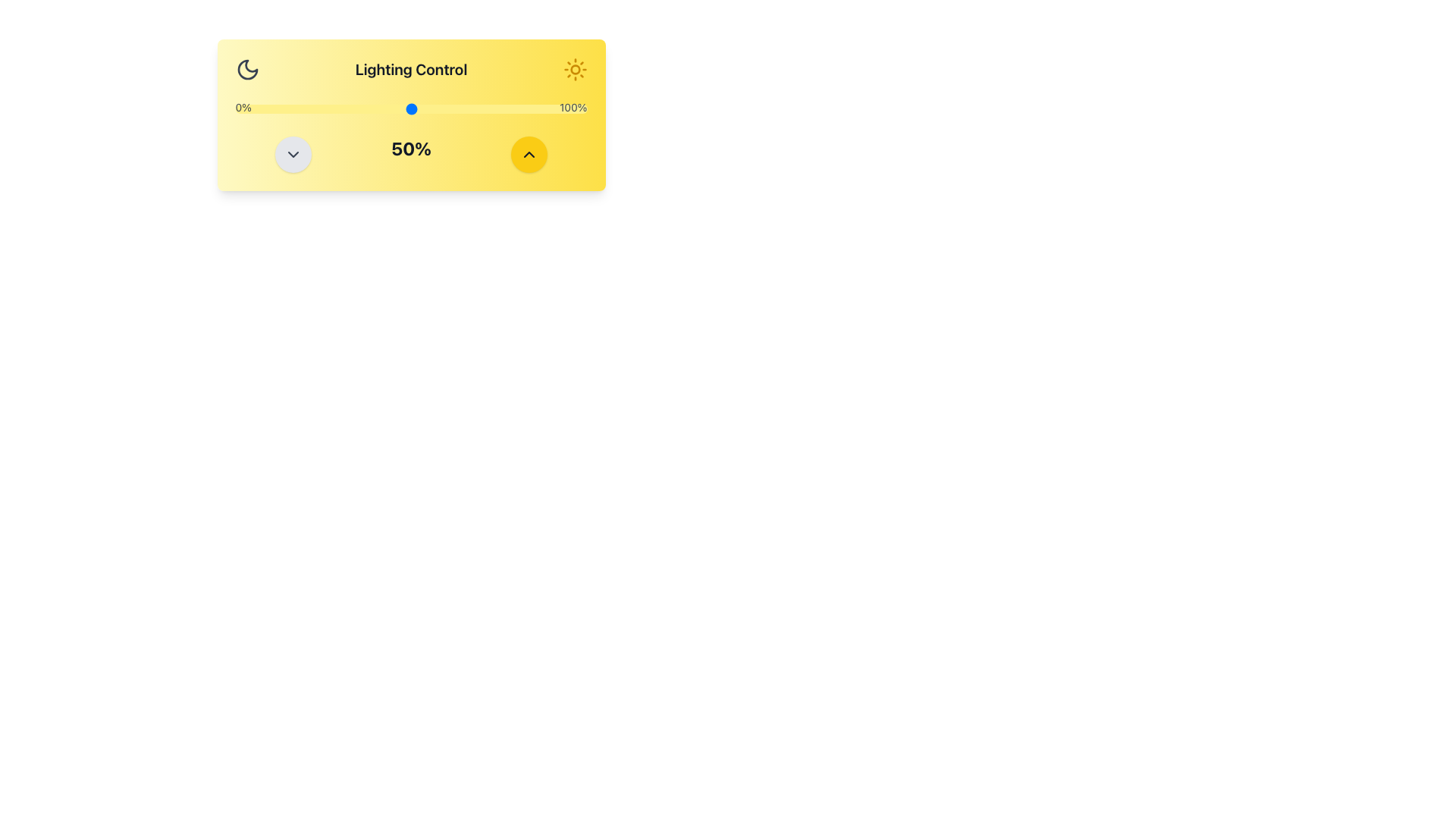 Image resolution: width=1456 pixels, height=819 pixels. What do you see at coordinates (278, 108) in the screenshot?
I see `the lighting intensity` at bounding box center [278, 108].